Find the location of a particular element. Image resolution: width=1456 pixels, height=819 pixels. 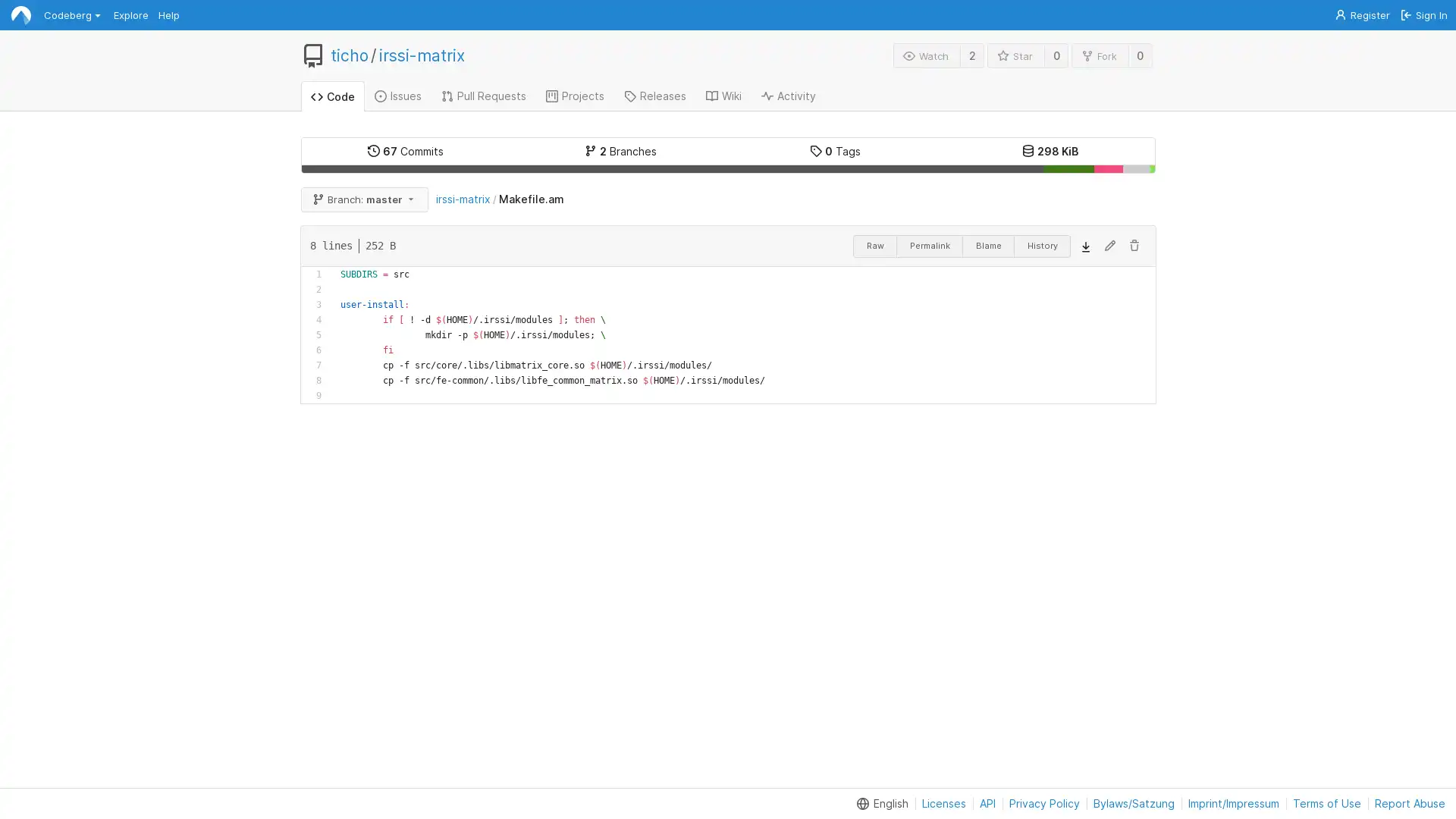

Watch is located at coordinates (926, 55).